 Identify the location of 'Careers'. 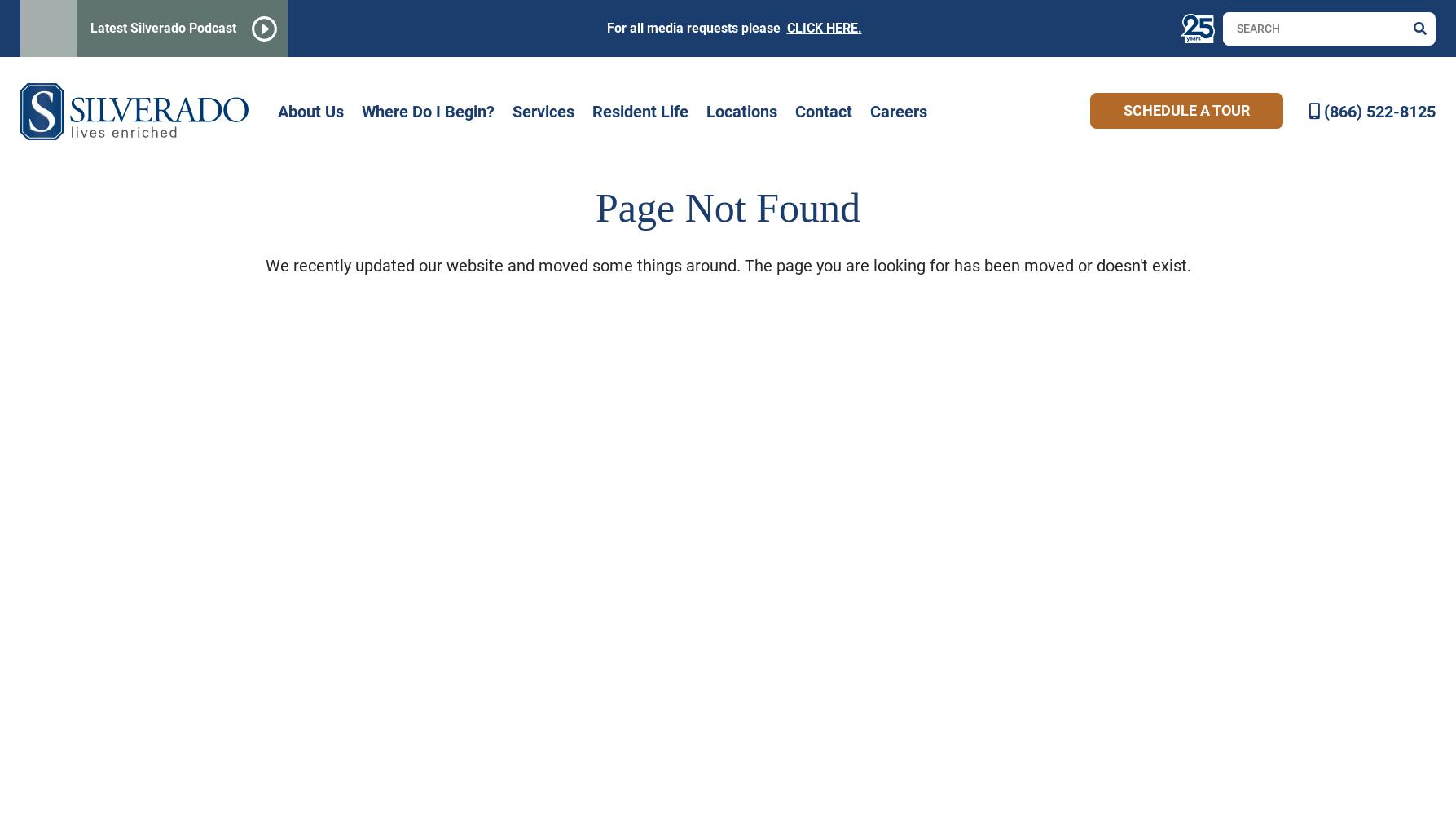
(898, 111).